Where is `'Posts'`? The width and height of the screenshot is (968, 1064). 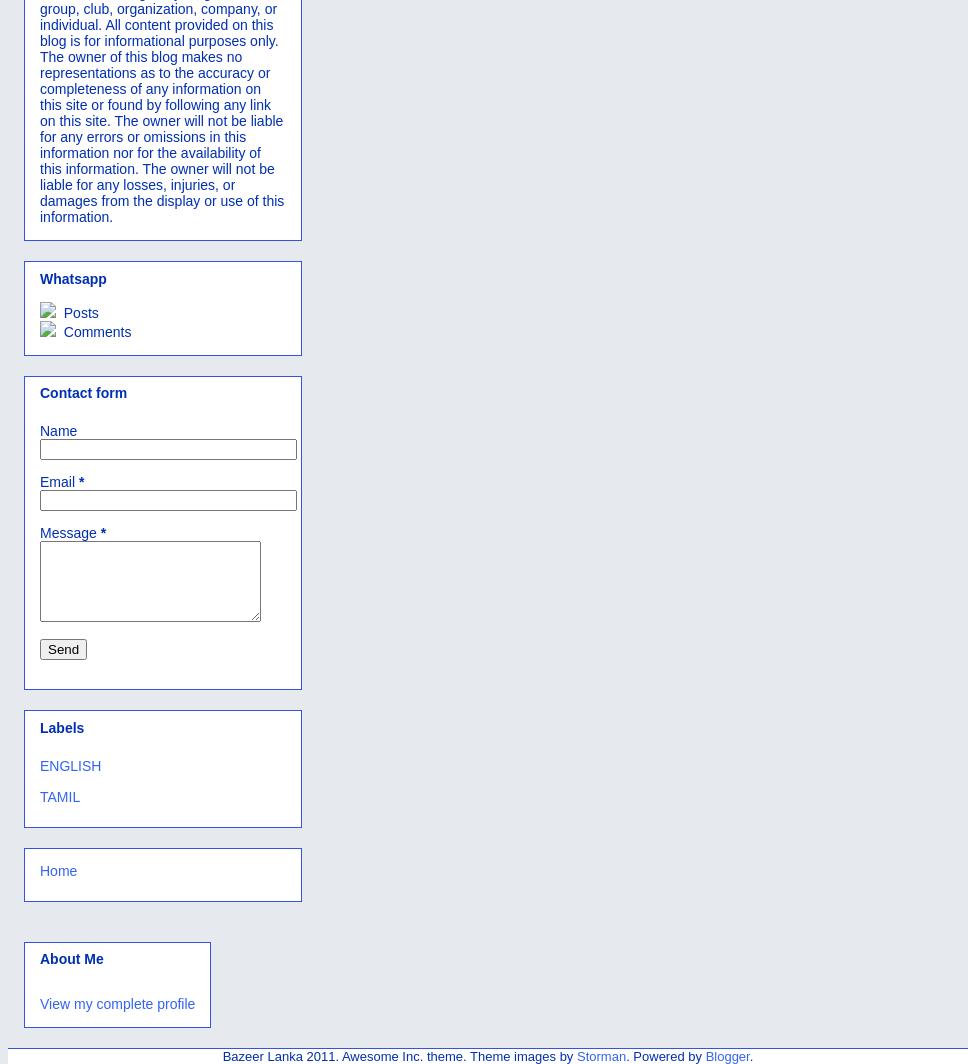
'Posts' is located at coordinates (77, 311).